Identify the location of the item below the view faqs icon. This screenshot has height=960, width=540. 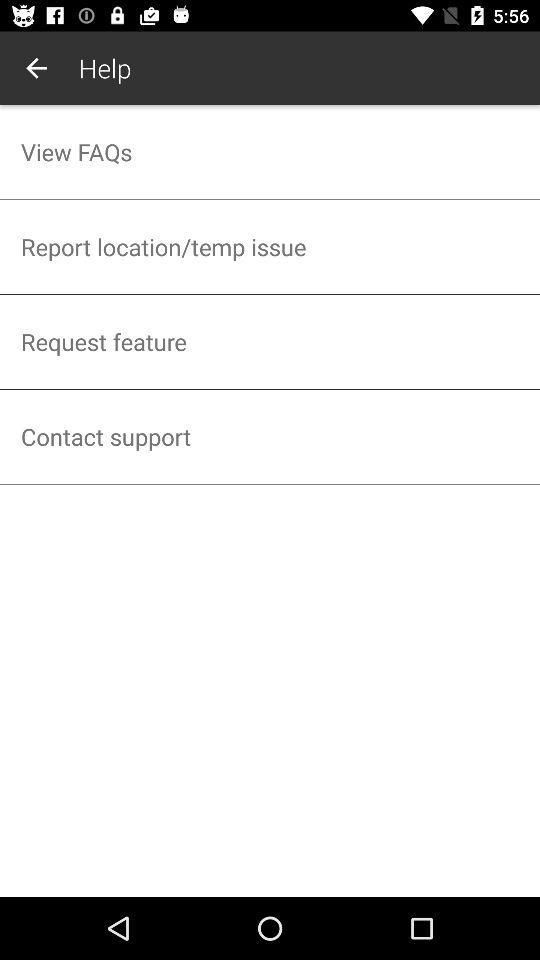
(270, 246).